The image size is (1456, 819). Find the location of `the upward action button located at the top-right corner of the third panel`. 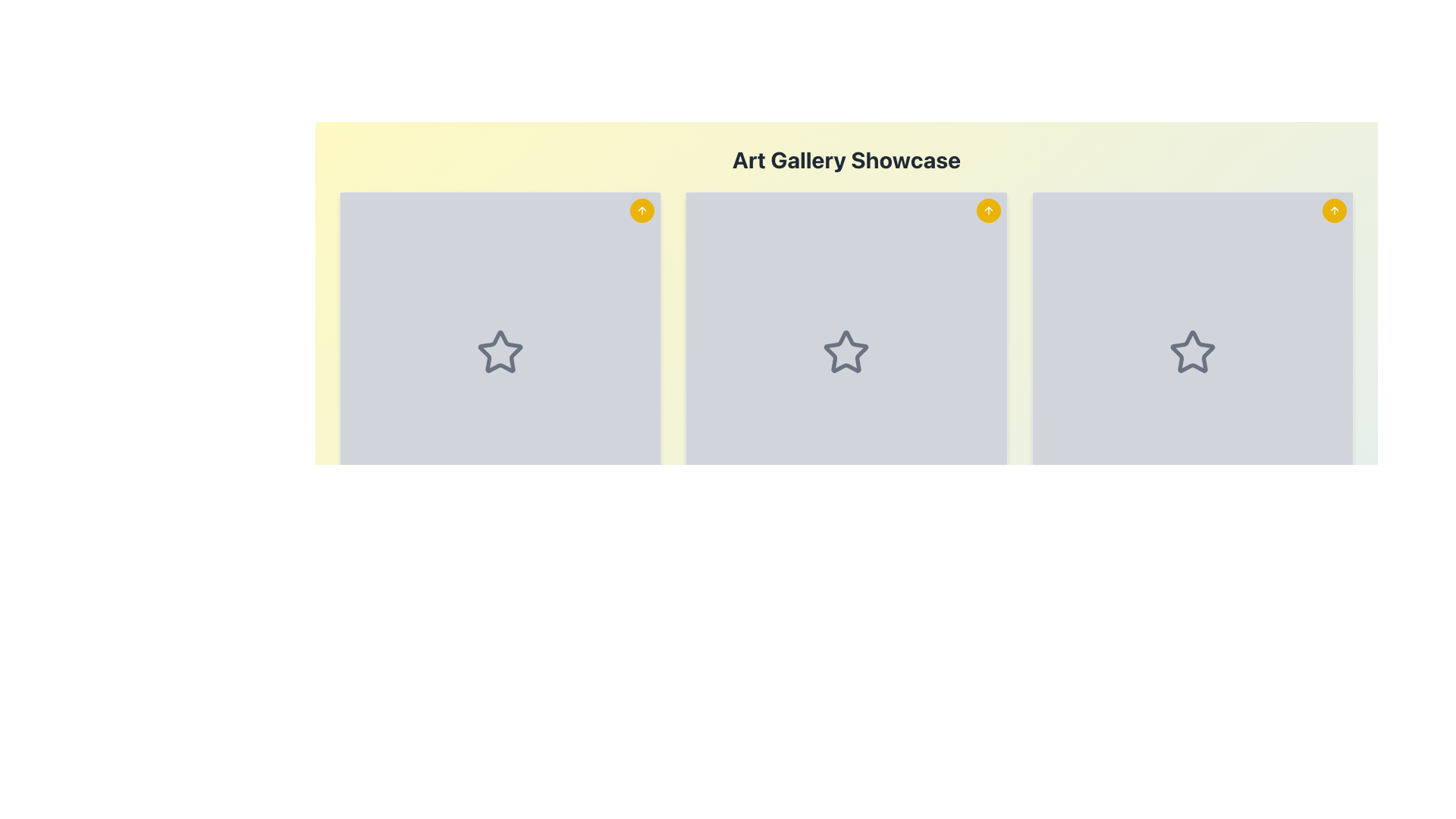

the upward action button located at the top-right corner of the third panel is located at coordinates (1335, 210).